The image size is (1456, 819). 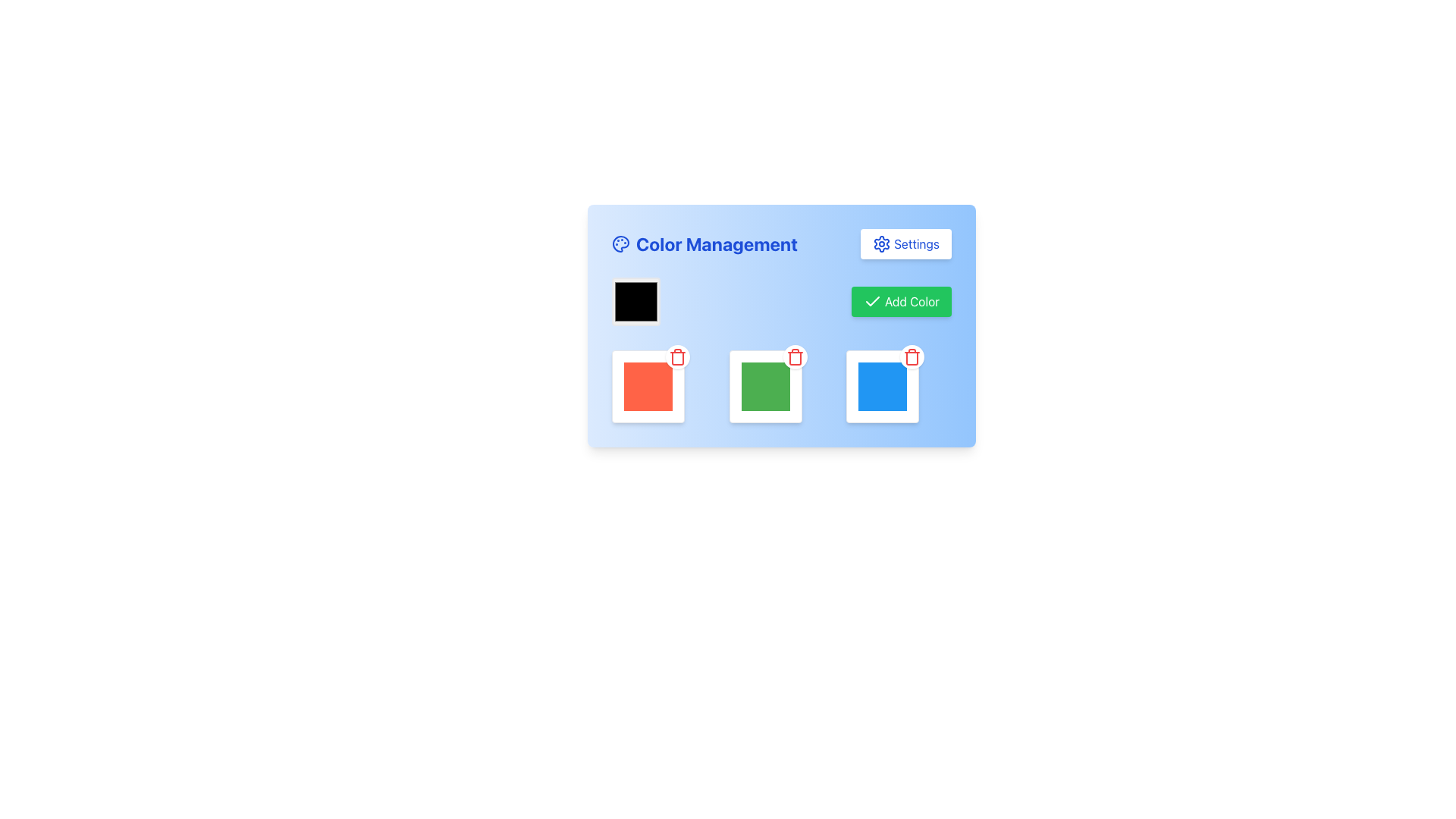 I want to click on the second color frame located below the 'Add Color' button, so click(x=782, y=385).